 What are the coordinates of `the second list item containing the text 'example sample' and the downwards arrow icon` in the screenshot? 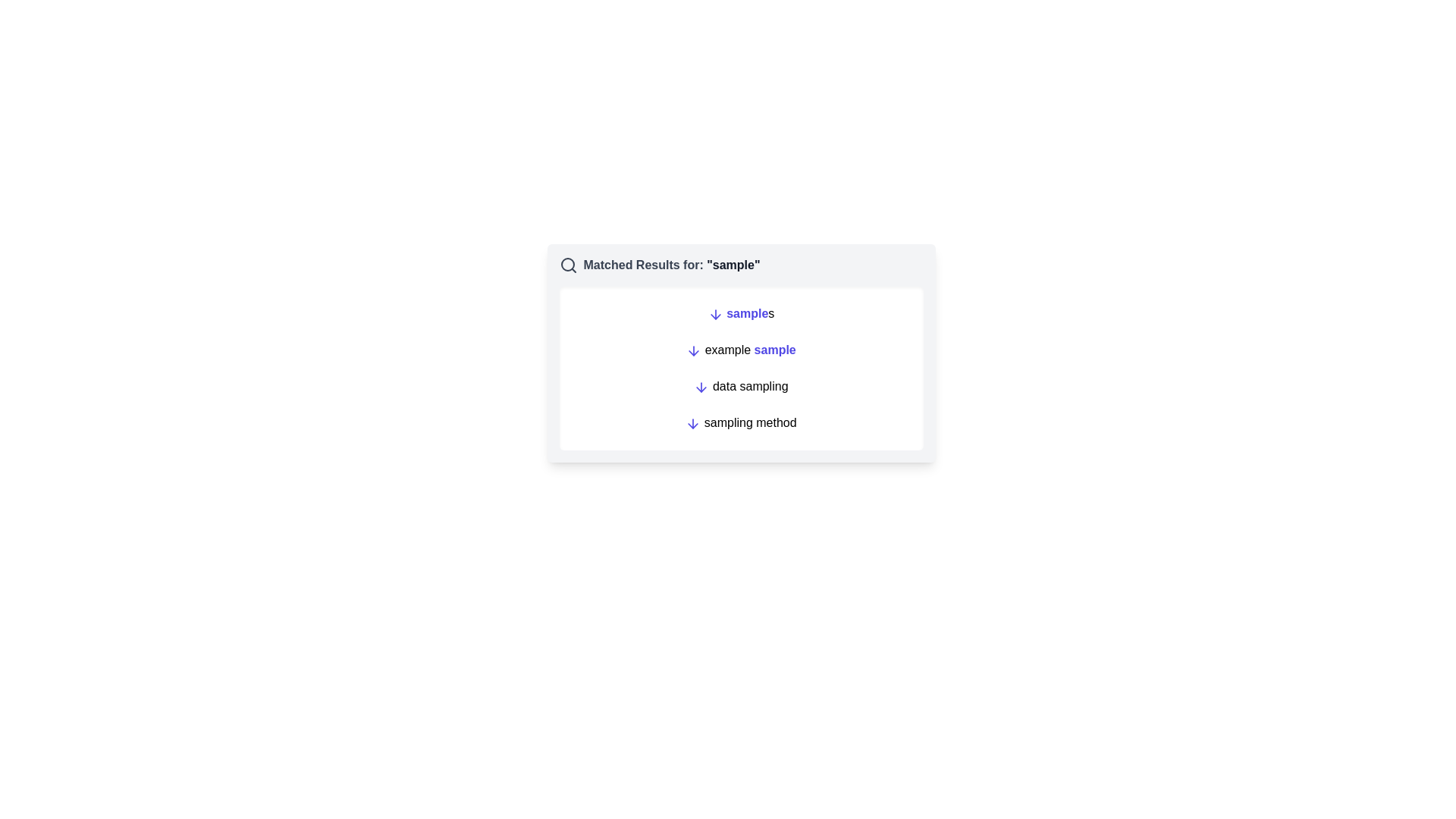 It's located at (741, 350).